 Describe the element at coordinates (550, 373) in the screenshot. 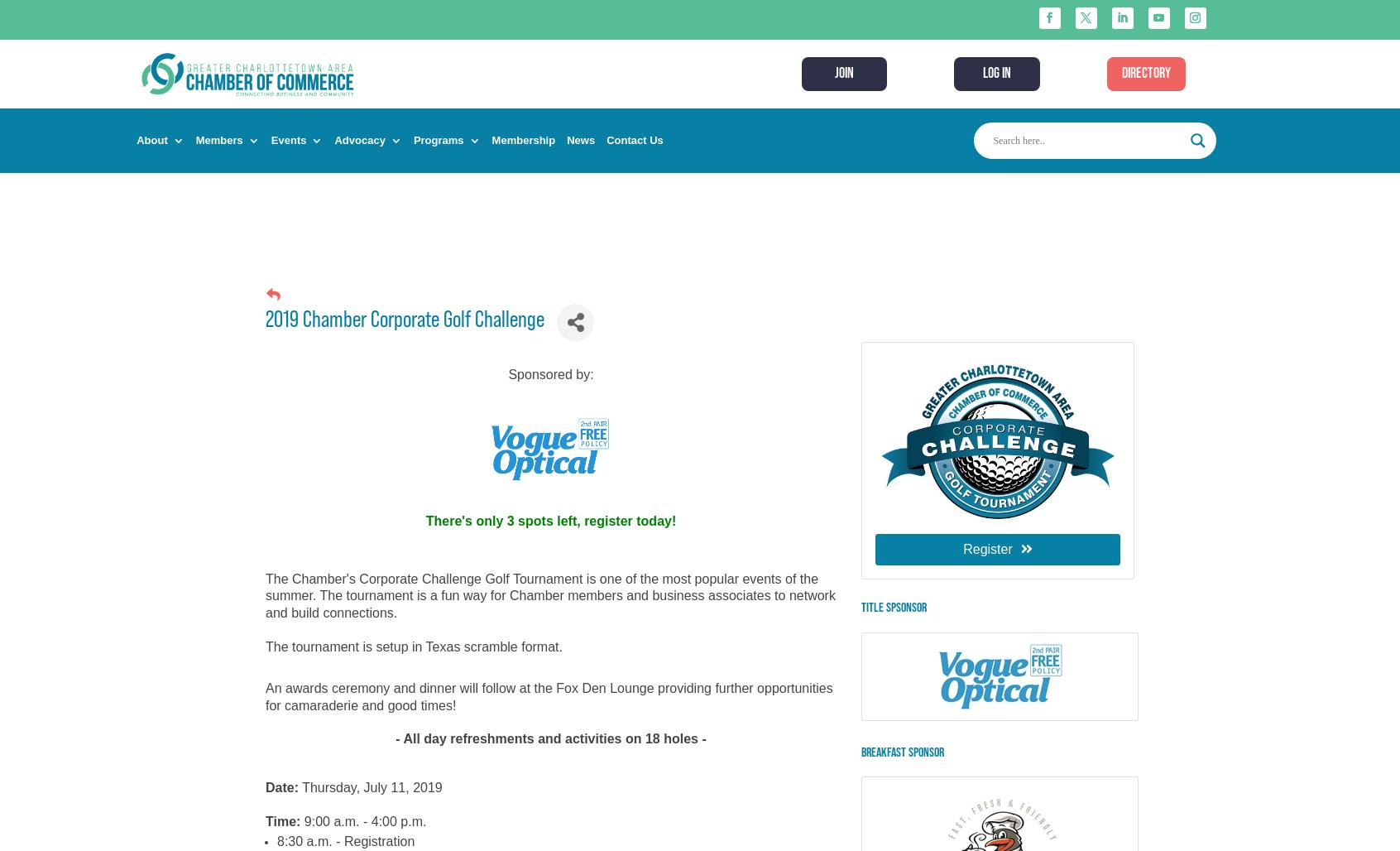

I see `'Sponsored by:'` at that location.